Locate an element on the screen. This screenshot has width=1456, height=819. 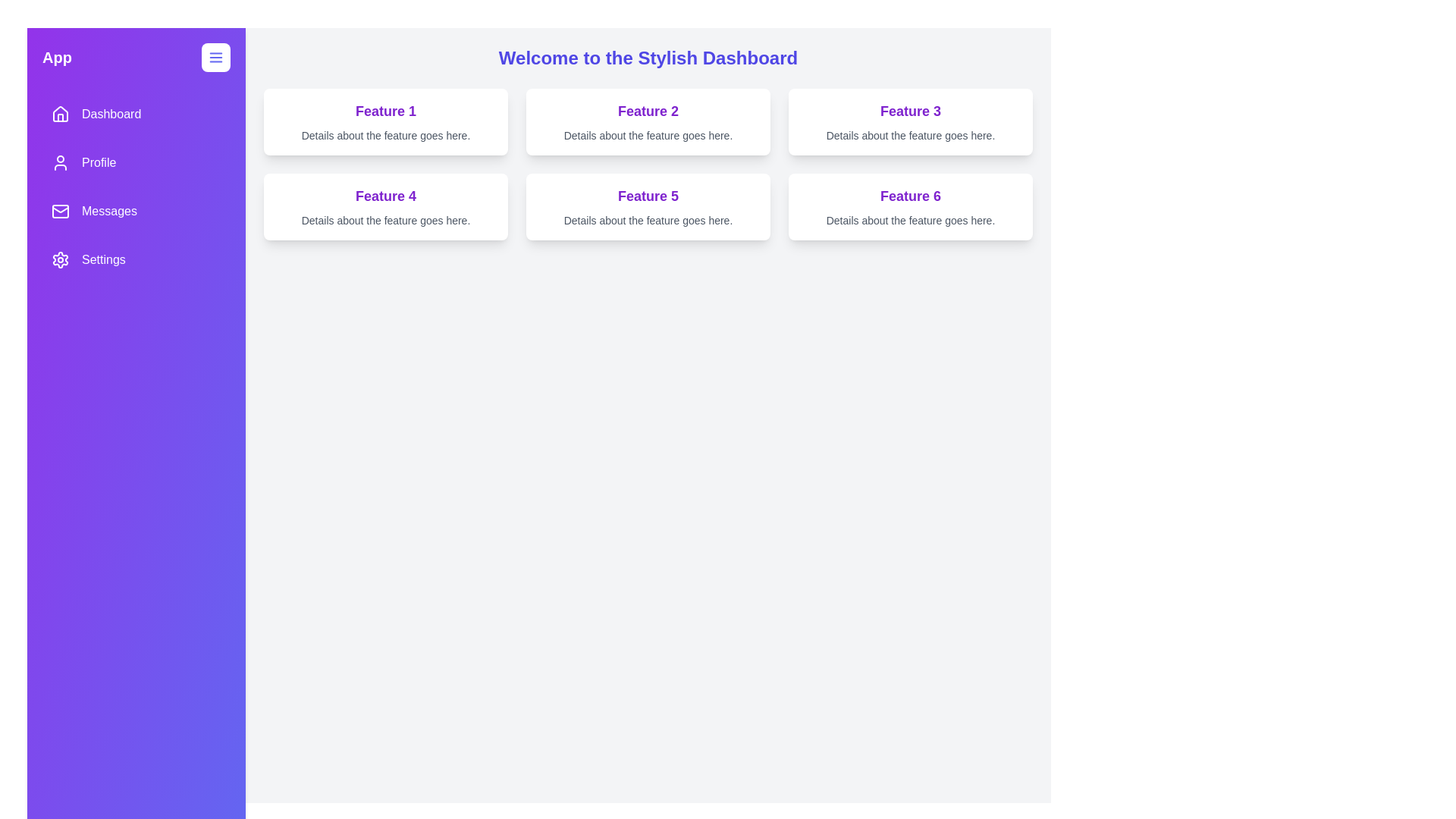
the house icon located in the sidebar next to the 'Dashboard' label is located at coordinates (61, 113).